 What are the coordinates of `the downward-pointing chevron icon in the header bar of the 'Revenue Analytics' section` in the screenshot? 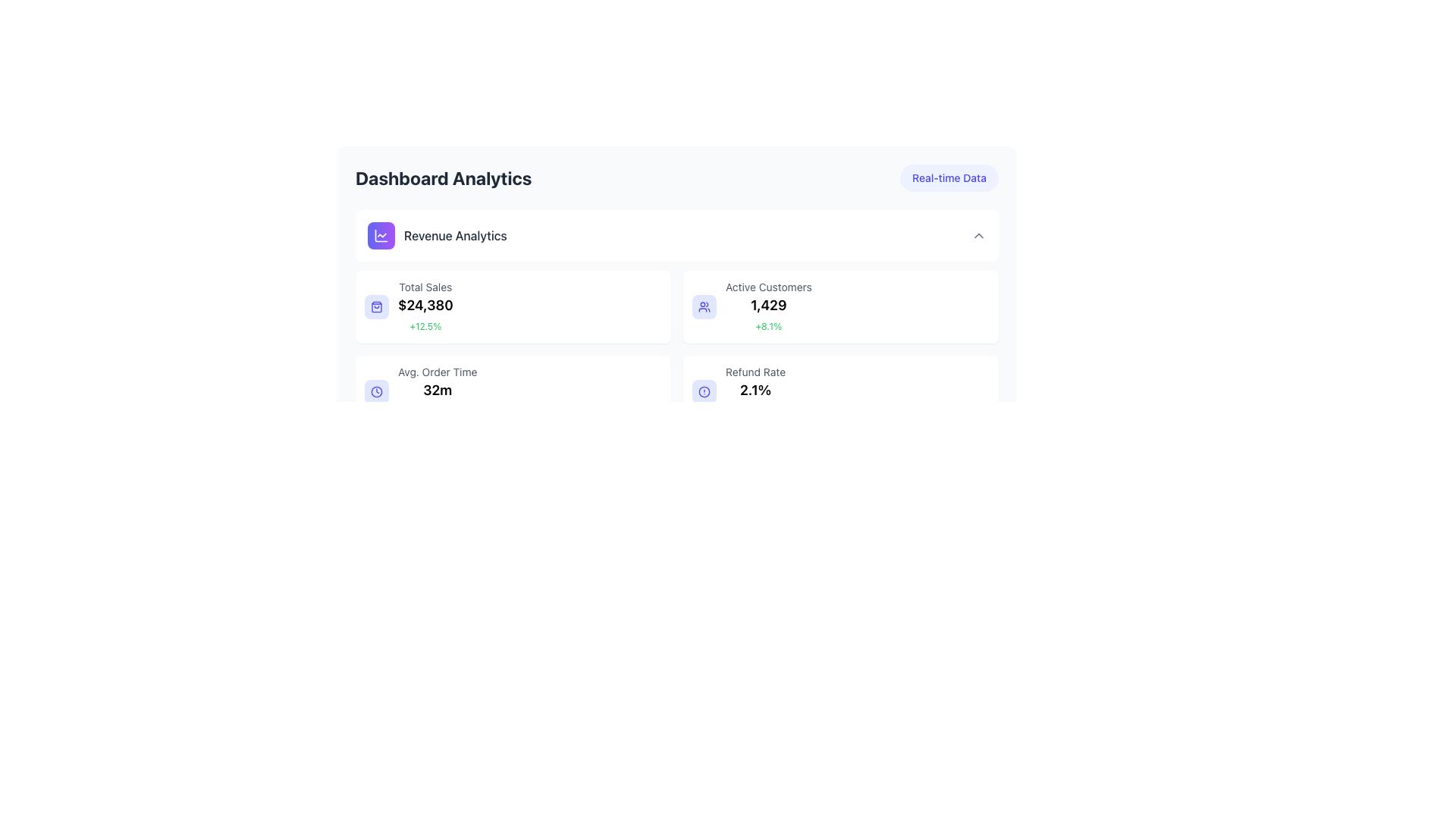 It's located at (979, 236).